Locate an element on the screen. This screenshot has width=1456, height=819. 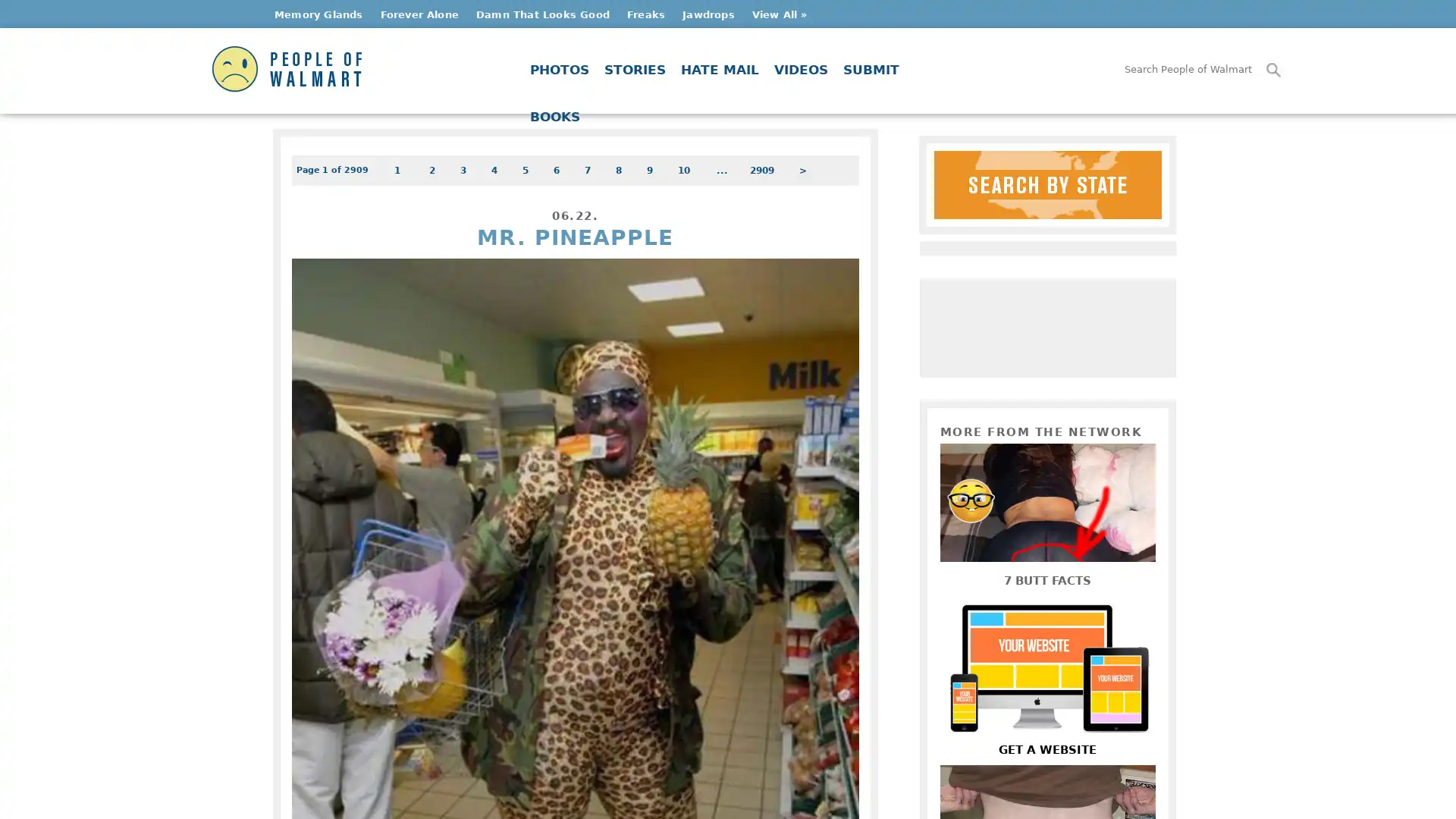
Submit is located at coordinates (1274, 70).